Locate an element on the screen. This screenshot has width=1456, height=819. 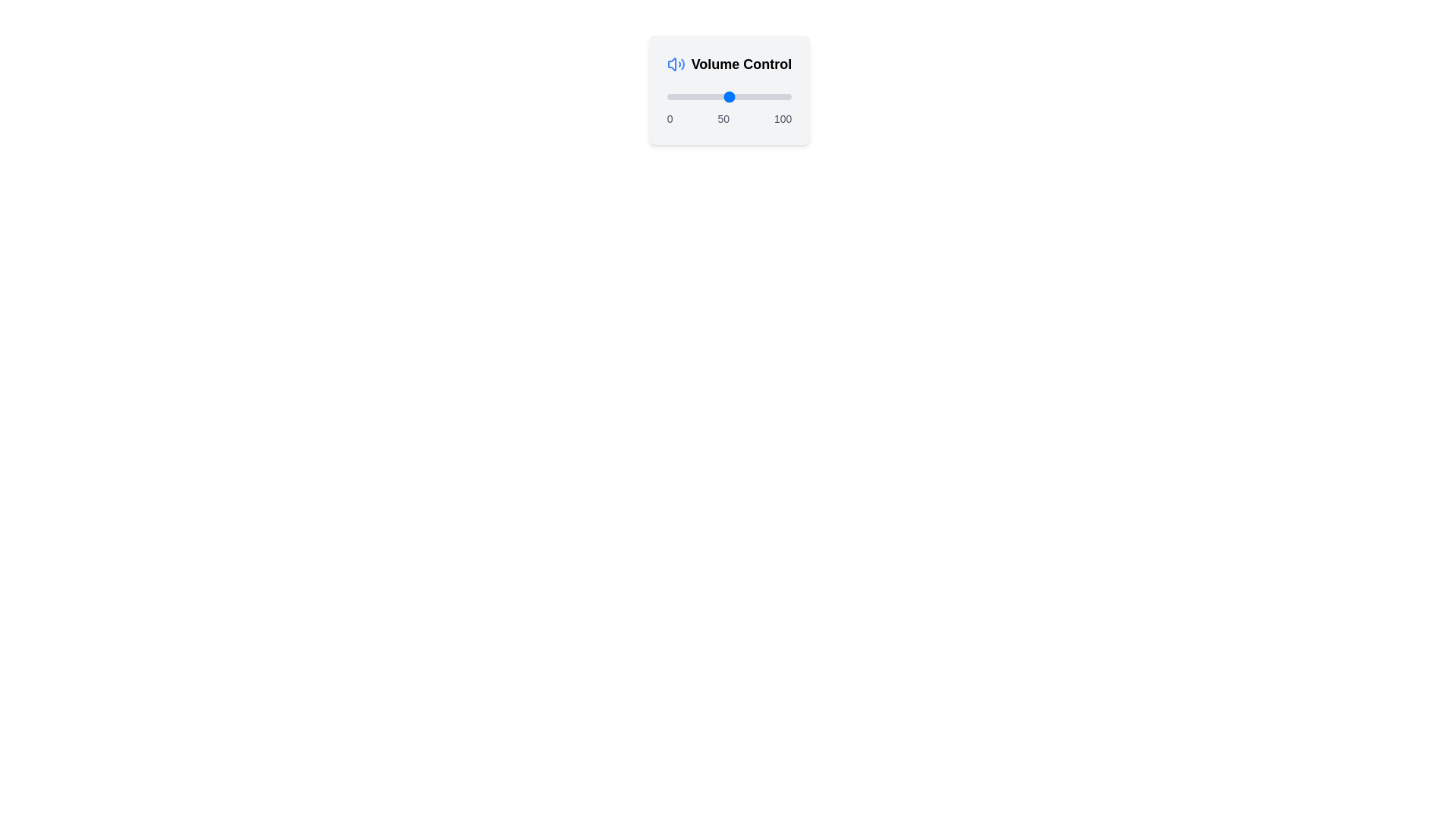
the volume is located at coordinates (710, 96).